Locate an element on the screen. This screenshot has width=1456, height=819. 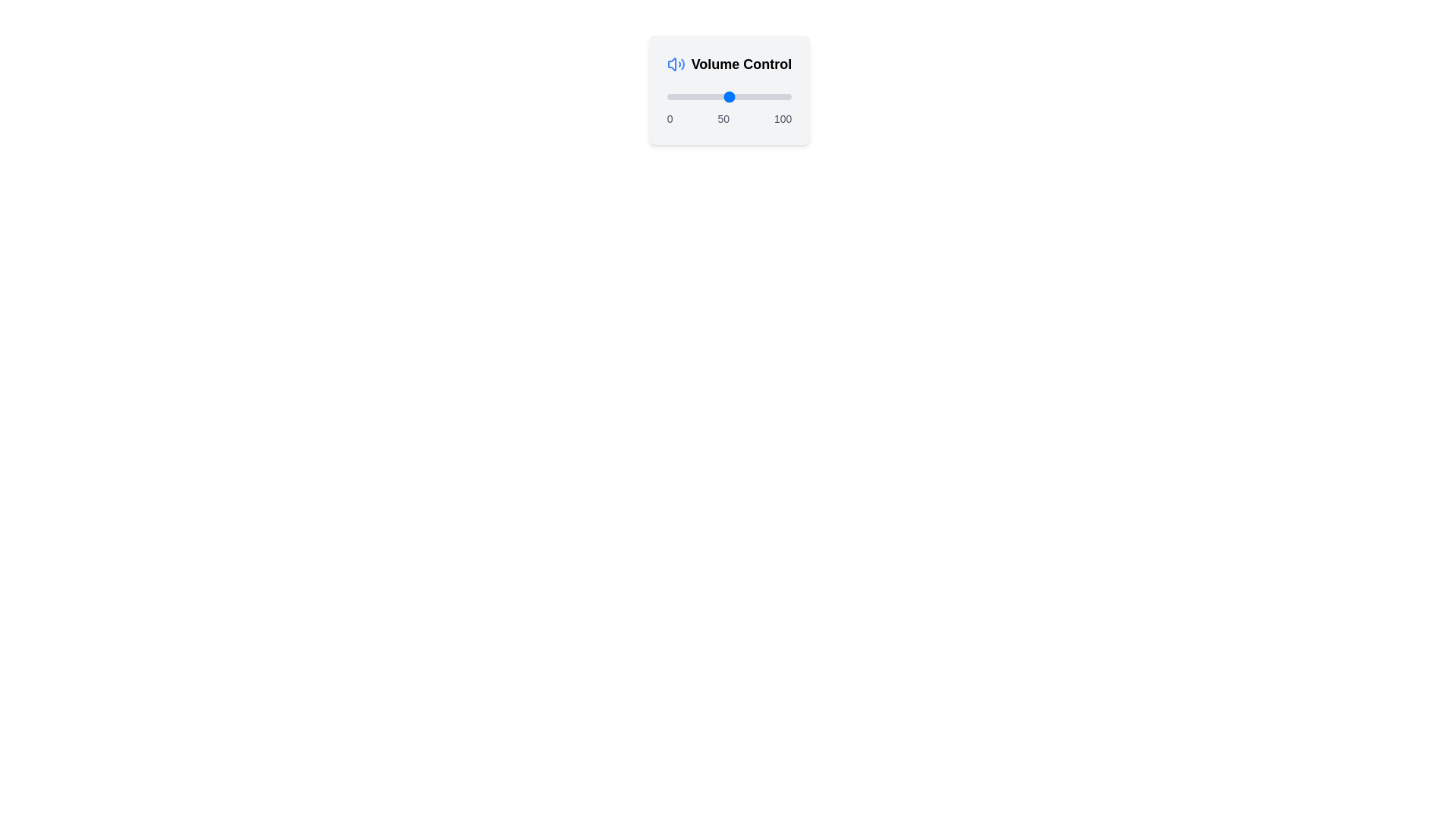
the volume is located at coordinates (710, 96).